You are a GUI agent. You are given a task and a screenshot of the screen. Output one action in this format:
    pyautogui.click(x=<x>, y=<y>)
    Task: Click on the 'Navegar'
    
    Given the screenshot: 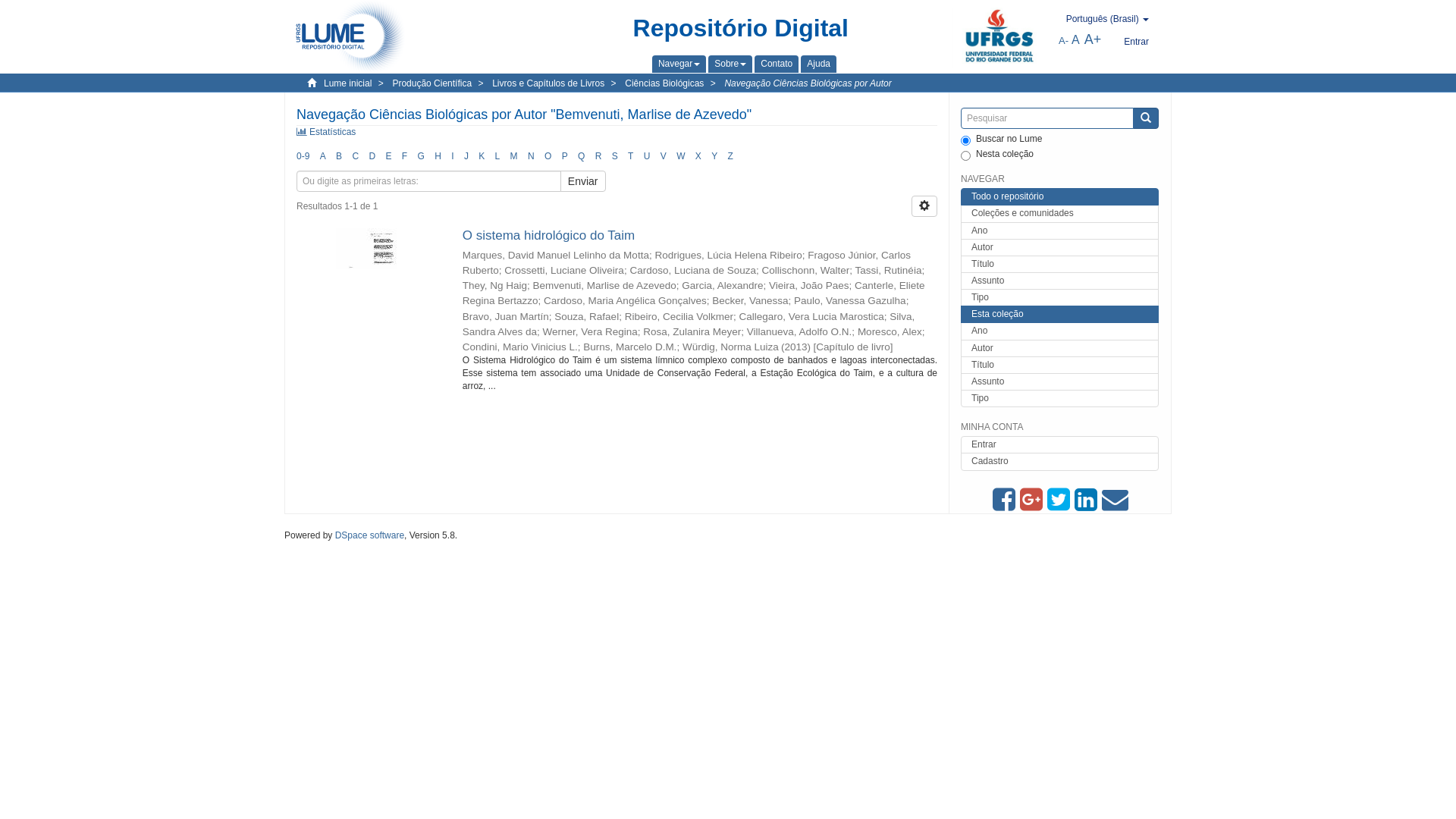 What is the action you would take?
    pyautogui.click(x=658, y=63)
    